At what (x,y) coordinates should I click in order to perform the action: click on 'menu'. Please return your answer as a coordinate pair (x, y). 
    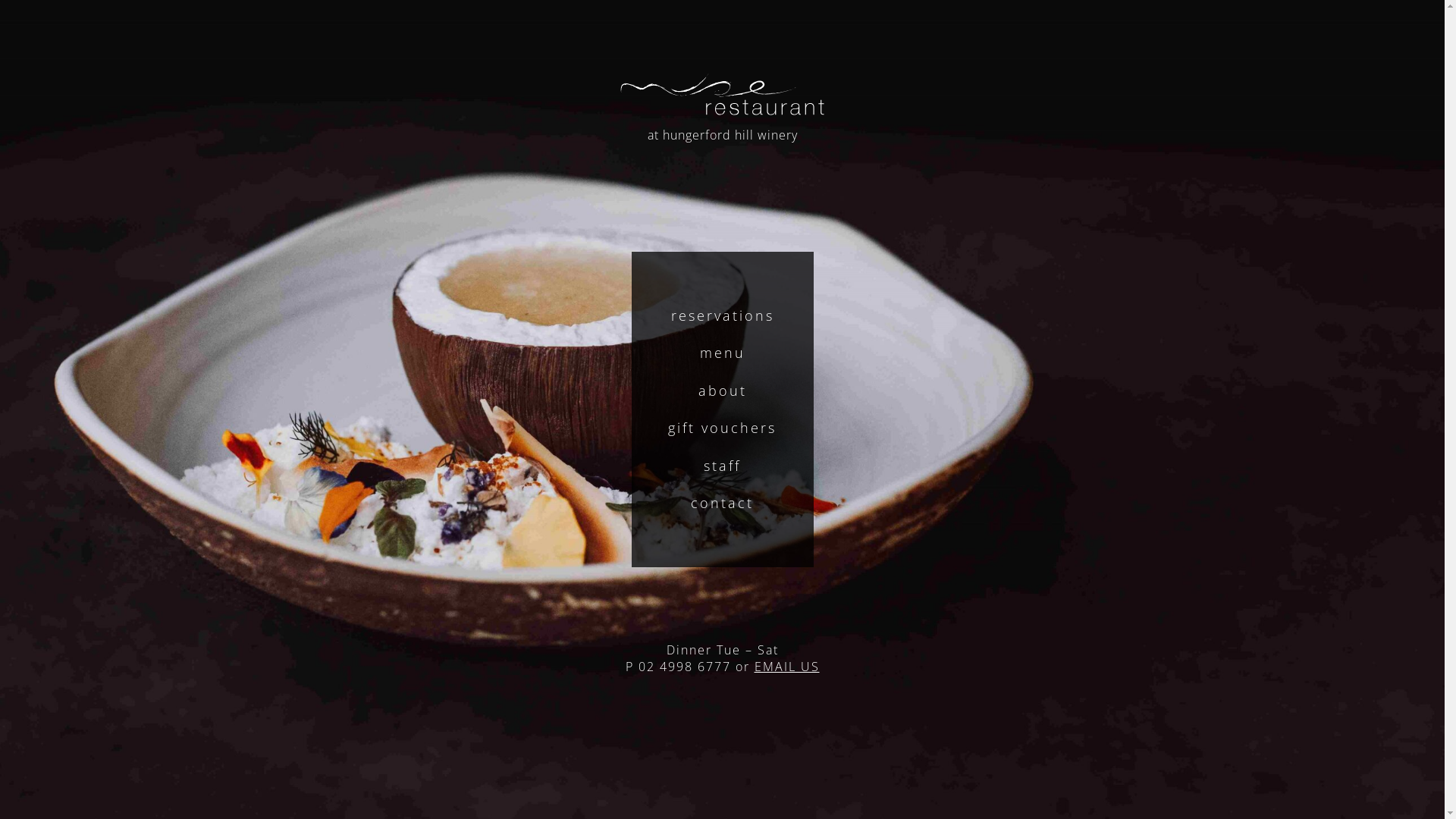
    Looking at the image, I should click on (720, 353).